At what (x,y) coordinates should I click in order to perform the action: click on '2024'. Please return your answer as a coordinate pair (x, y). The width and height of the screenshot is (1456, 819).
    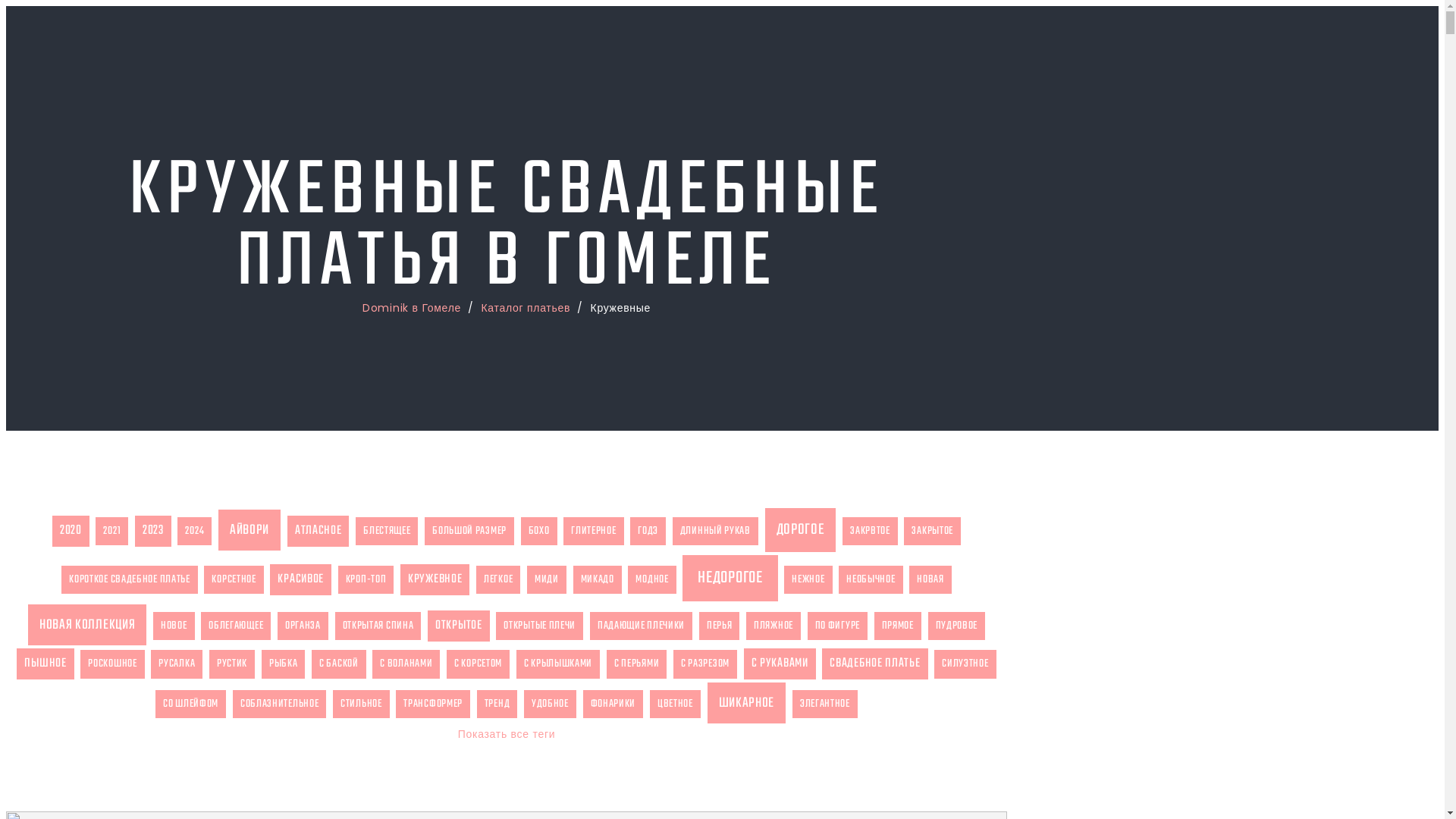
    Looking at the image, I should click on (193, 530).